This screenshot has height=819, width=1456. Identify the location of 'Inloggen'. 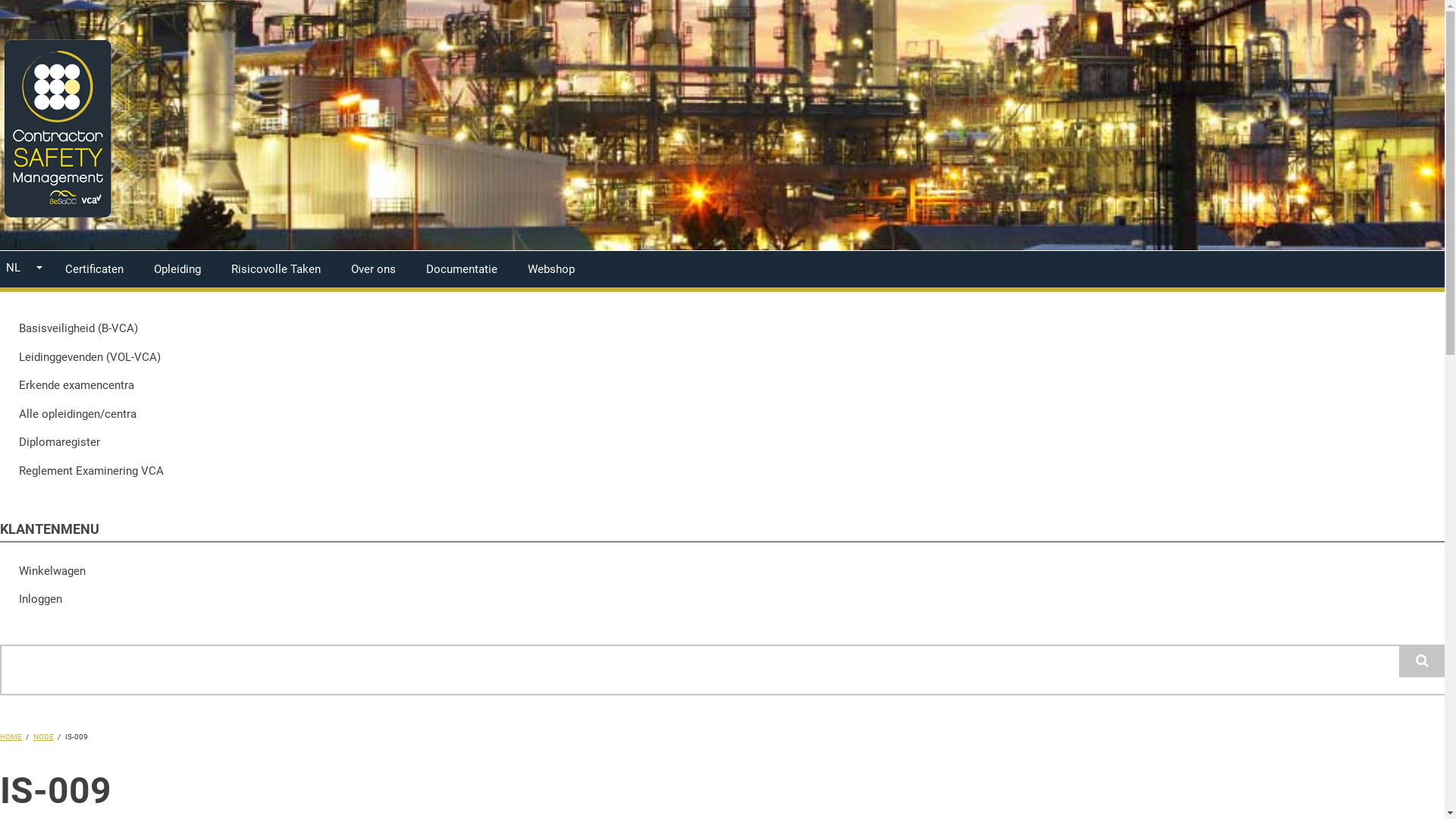
(0, 598).